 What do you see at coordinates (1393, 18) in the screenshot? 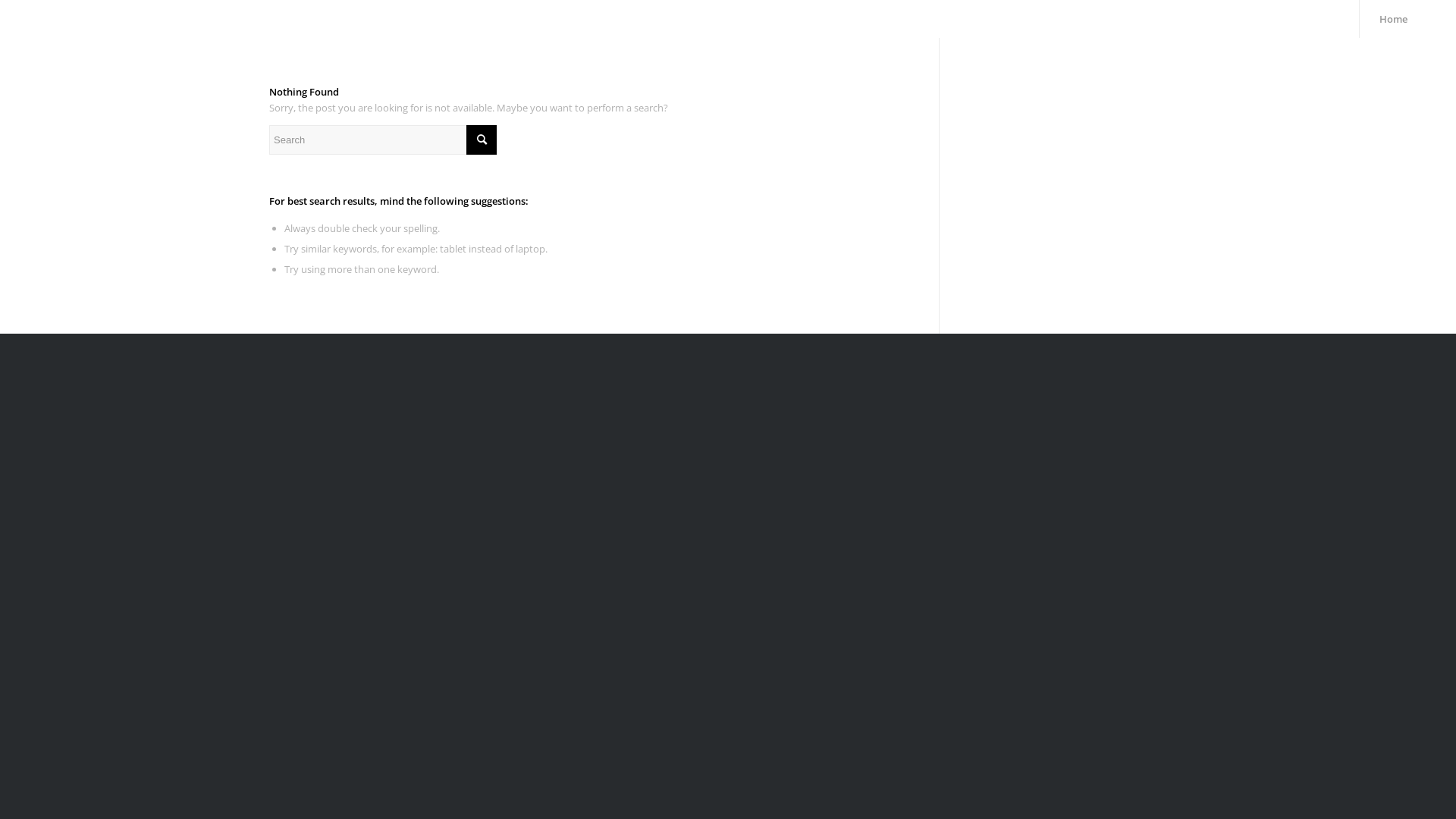
I see `'Home'` at bounding box center [1393, 18].